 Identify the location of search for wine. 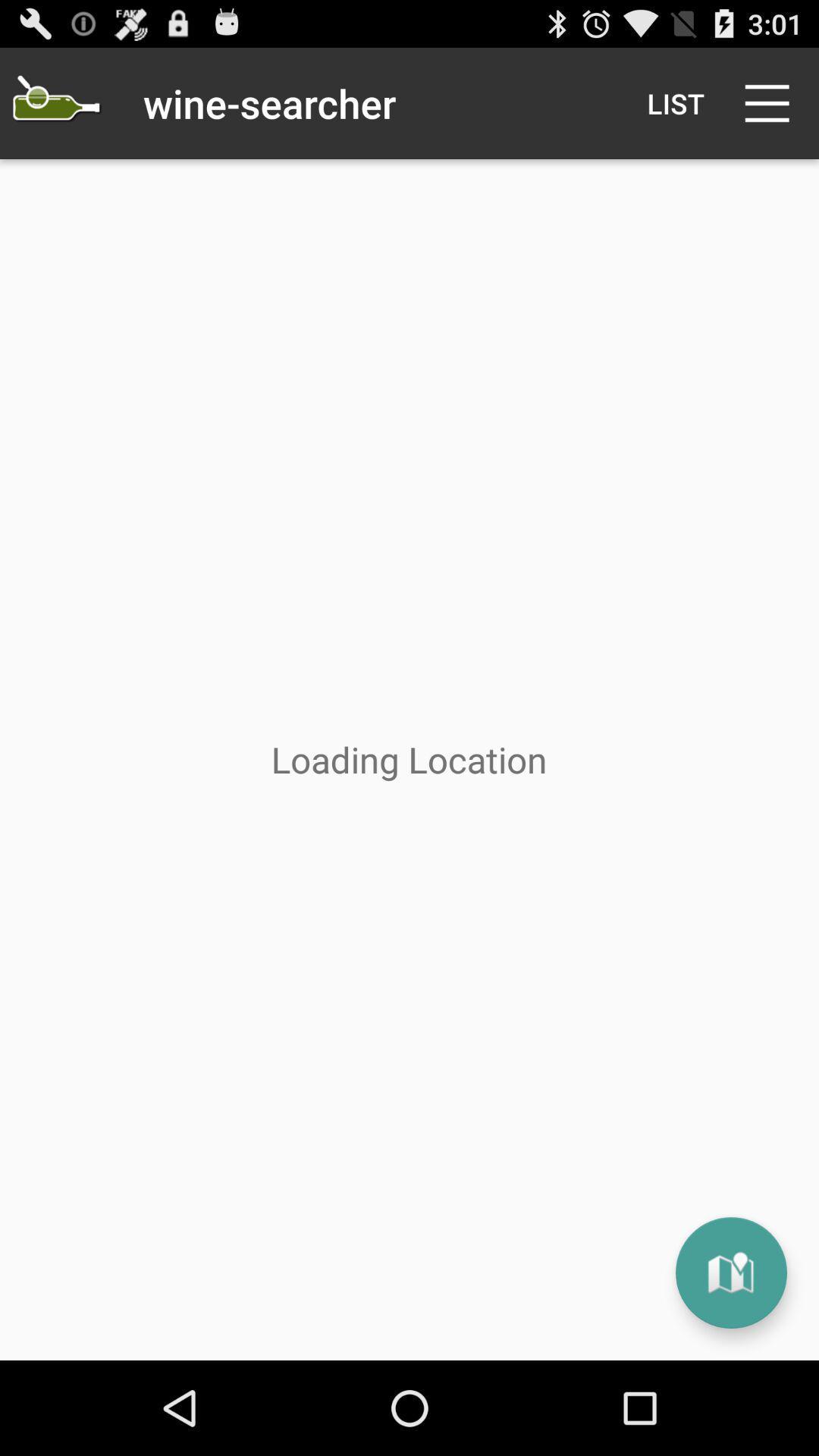
(55, 102).